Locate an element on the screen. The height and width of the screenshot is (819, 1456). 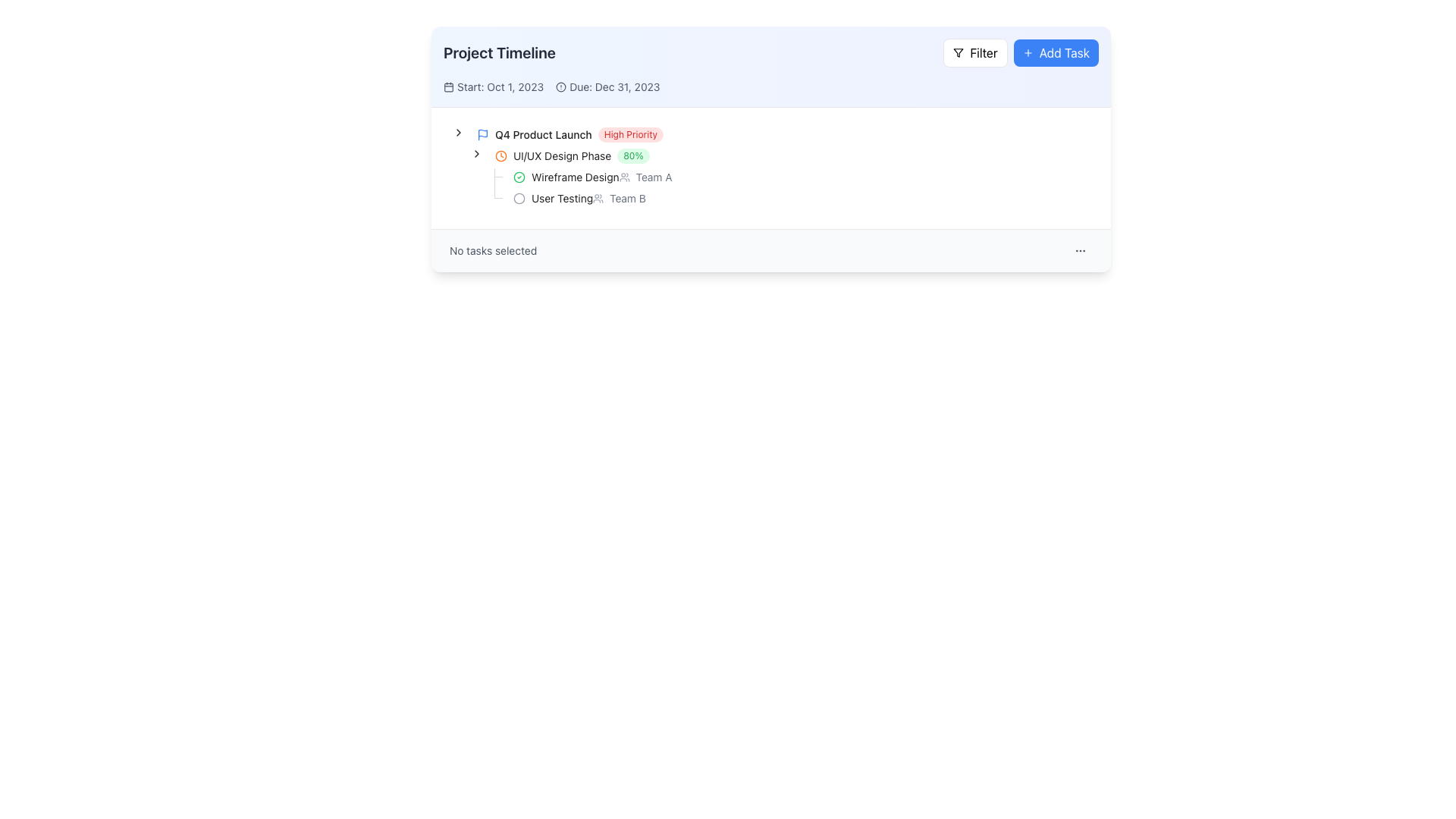
the second graphical spacer or indentation unit in light grey color, which is part of a set of similar units indicating indentation in a tree structure is located at coordinates (475, 198).